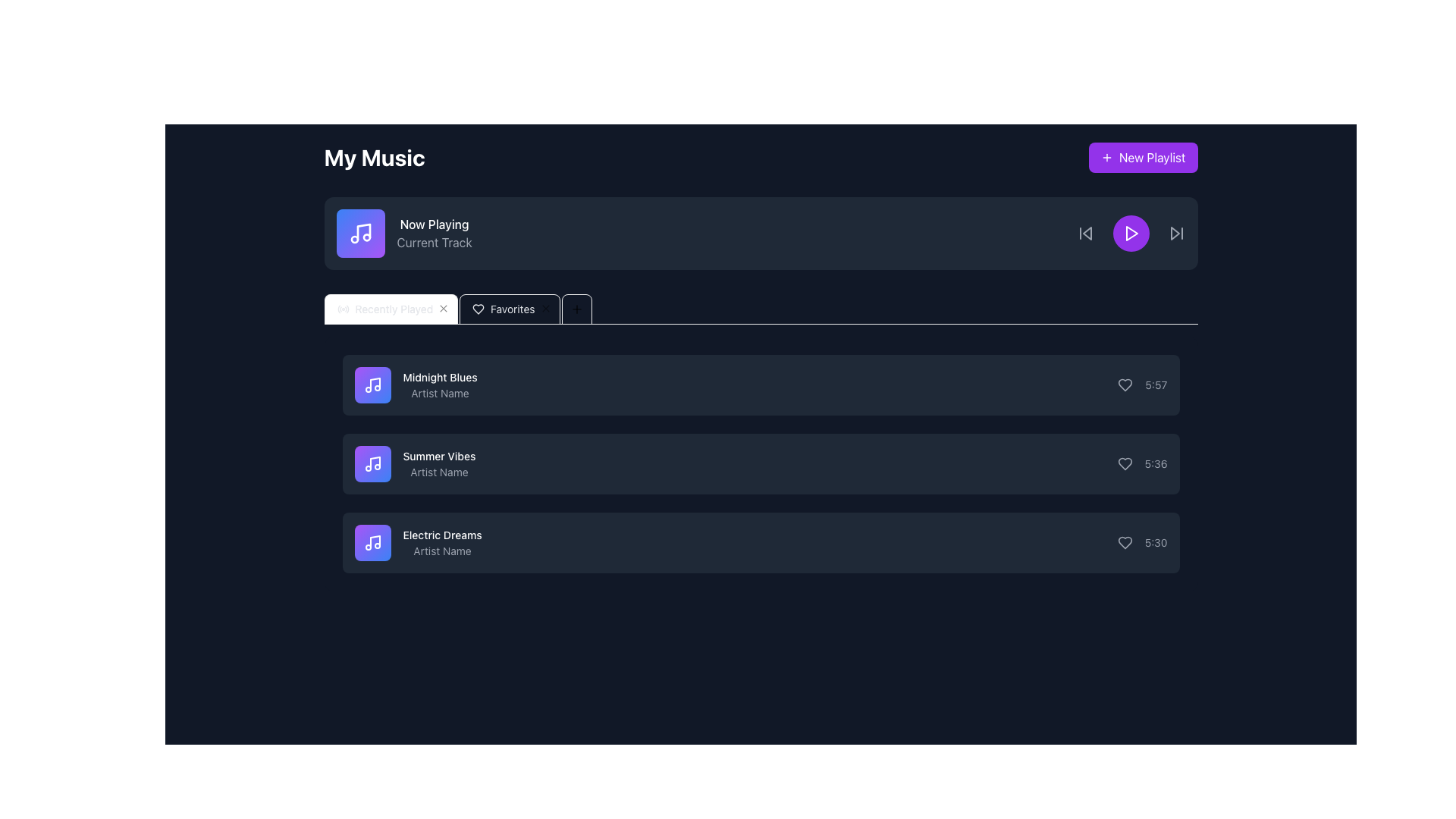 Image resolution: width=1456 pixels, height=819 pixels. What do you see at coordinates (1084, 234) in the screenshot?
I see `the leftward-facing triangular arrow icon button to skip to the previous track in the playback section of media control buttons` at bounding box center [1084, 234].